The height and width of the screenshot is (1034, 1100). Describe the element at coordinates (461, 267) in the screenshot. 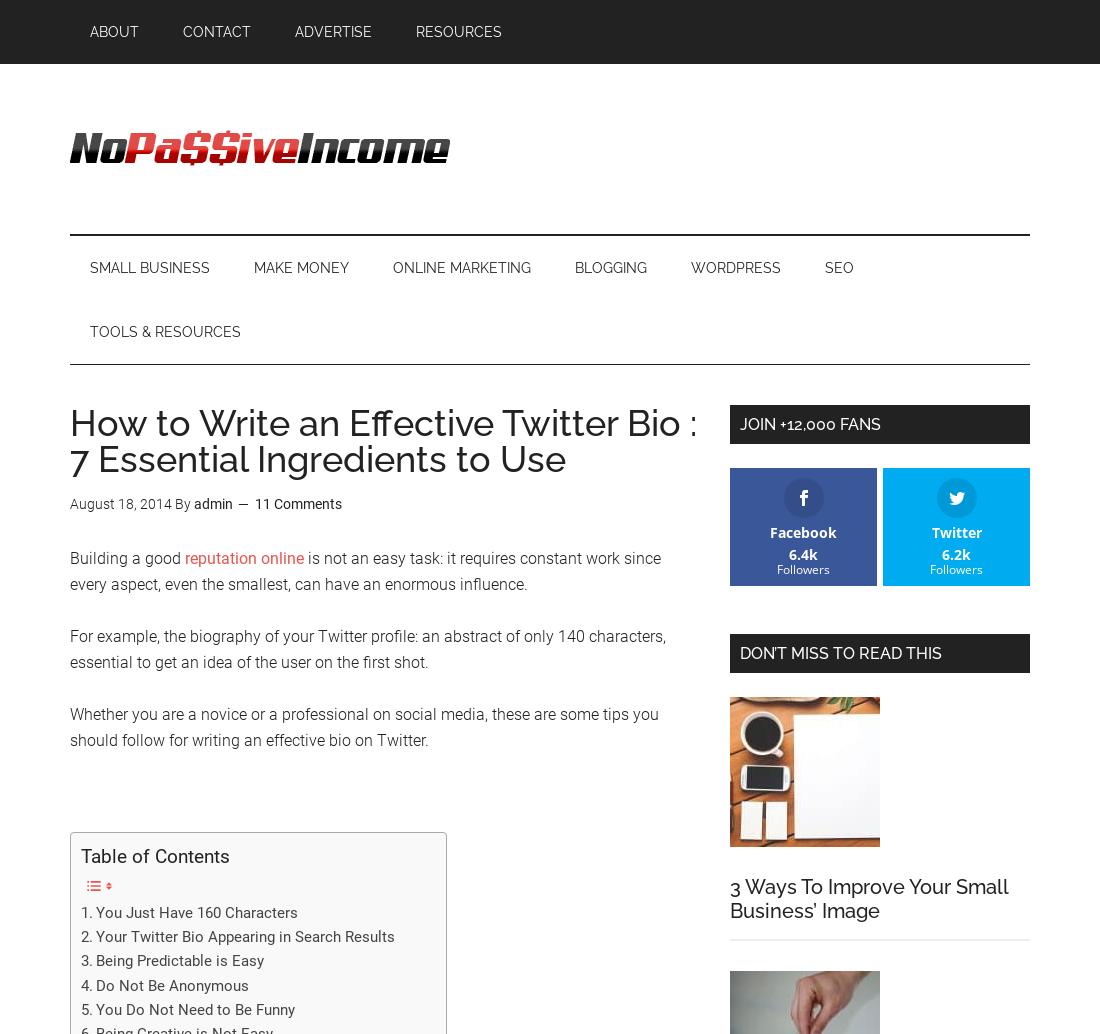

I see `'Online Marketing'` at that location.